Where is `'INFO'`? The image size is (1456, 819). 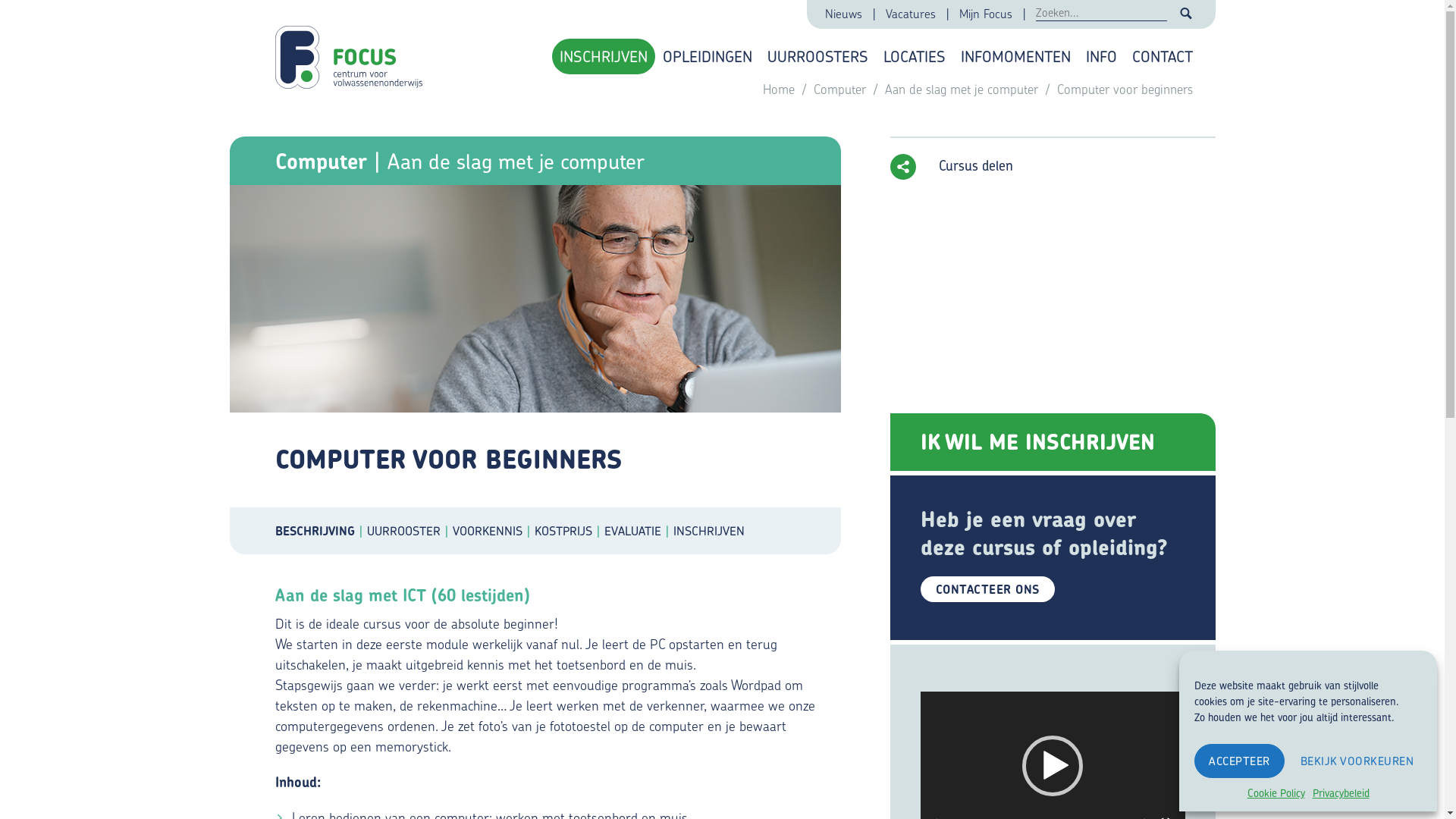 'INFO' is located at coordinates (1101, 55).